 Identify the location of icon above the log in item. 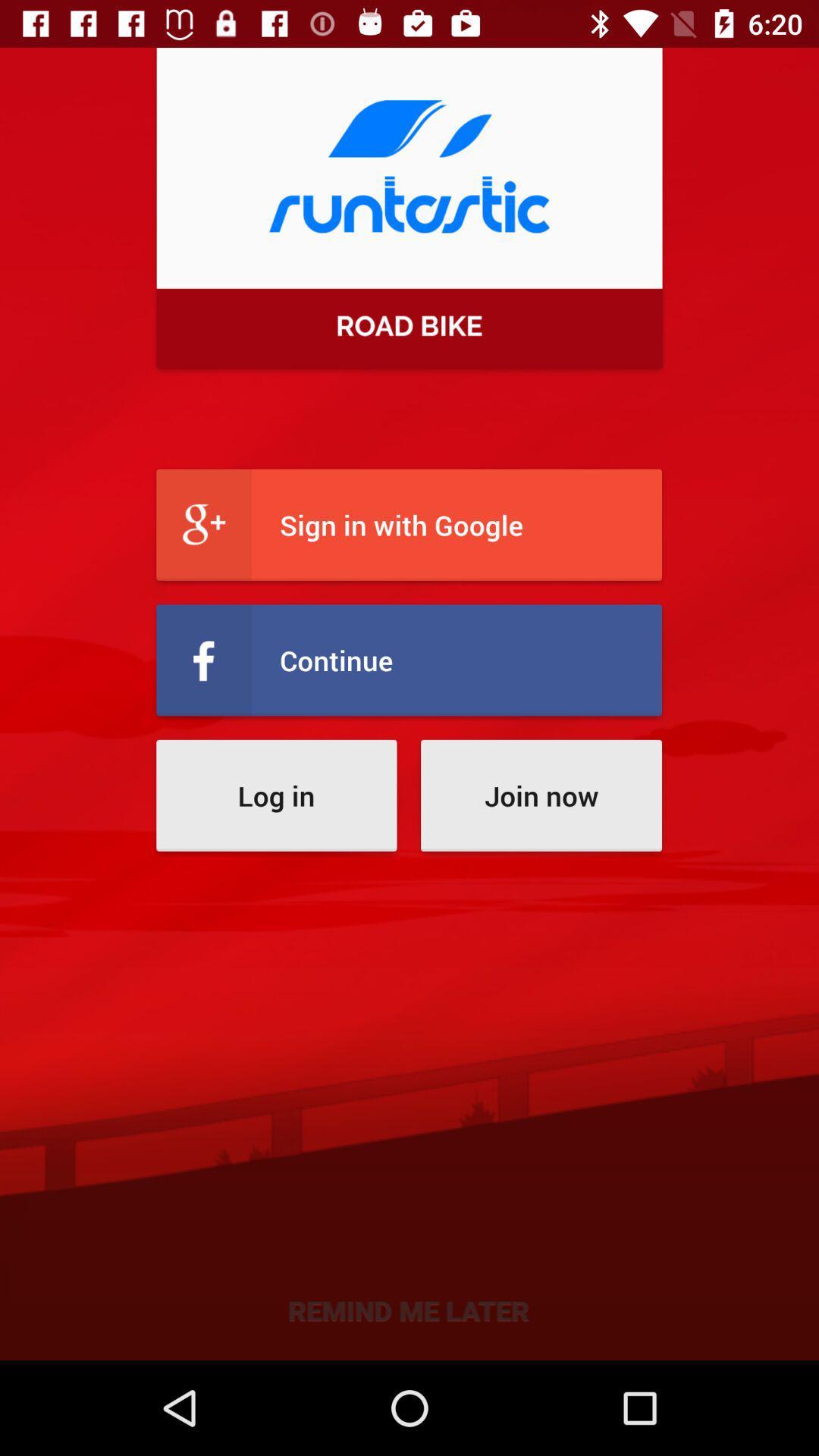
(408, 660).